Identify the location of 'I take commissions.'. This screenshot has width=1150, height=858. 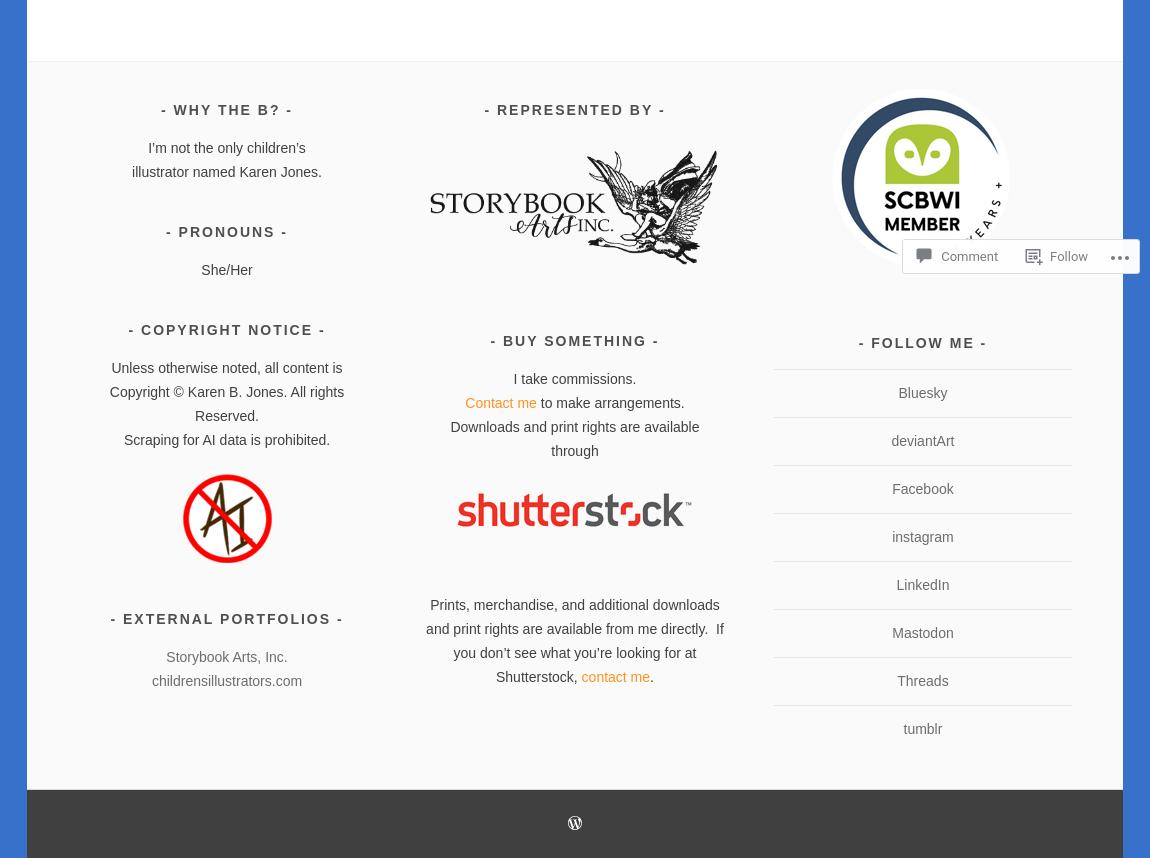
(574, 378).